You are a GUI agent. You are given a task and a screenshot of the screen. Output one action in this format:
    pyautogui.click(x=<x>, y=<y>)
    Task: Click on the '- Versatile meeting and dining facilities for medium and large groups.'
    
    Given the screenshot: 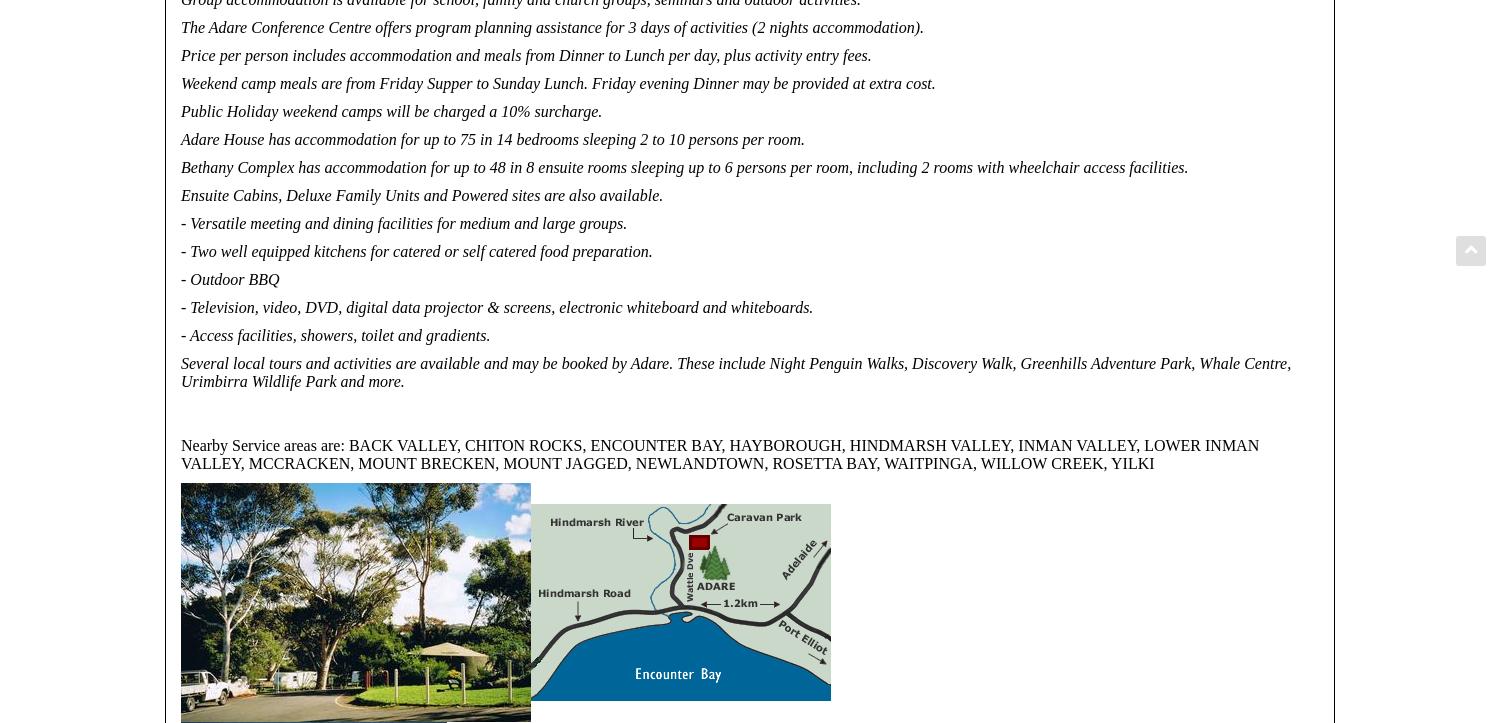 What is the action you would take?
    pyautogui.click(x=403, y=222)
    